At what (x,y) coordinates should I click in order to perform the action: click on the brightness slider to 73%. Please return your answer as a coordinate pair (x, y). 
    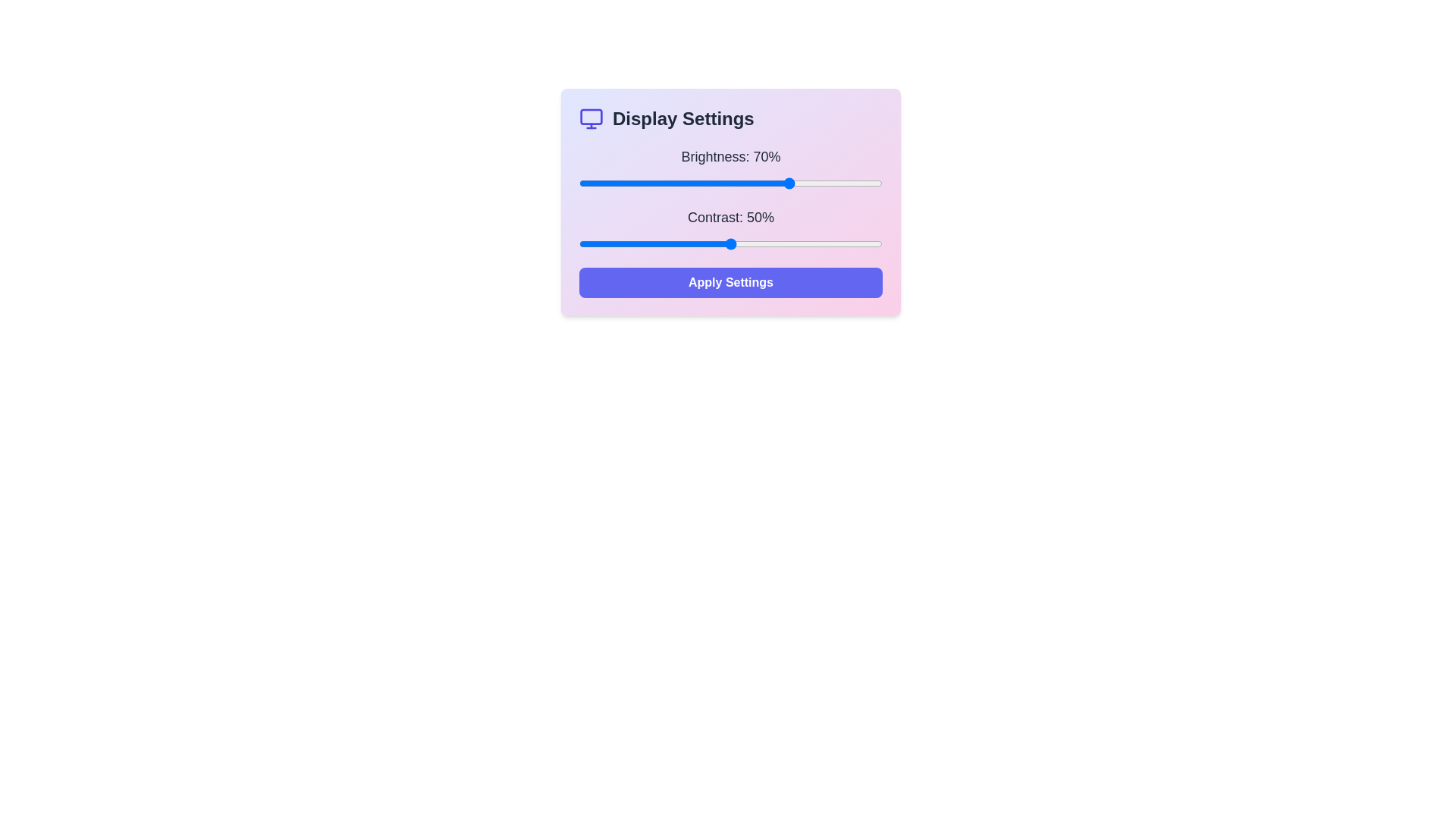
    Looking at the image, I should click on (800, 183).